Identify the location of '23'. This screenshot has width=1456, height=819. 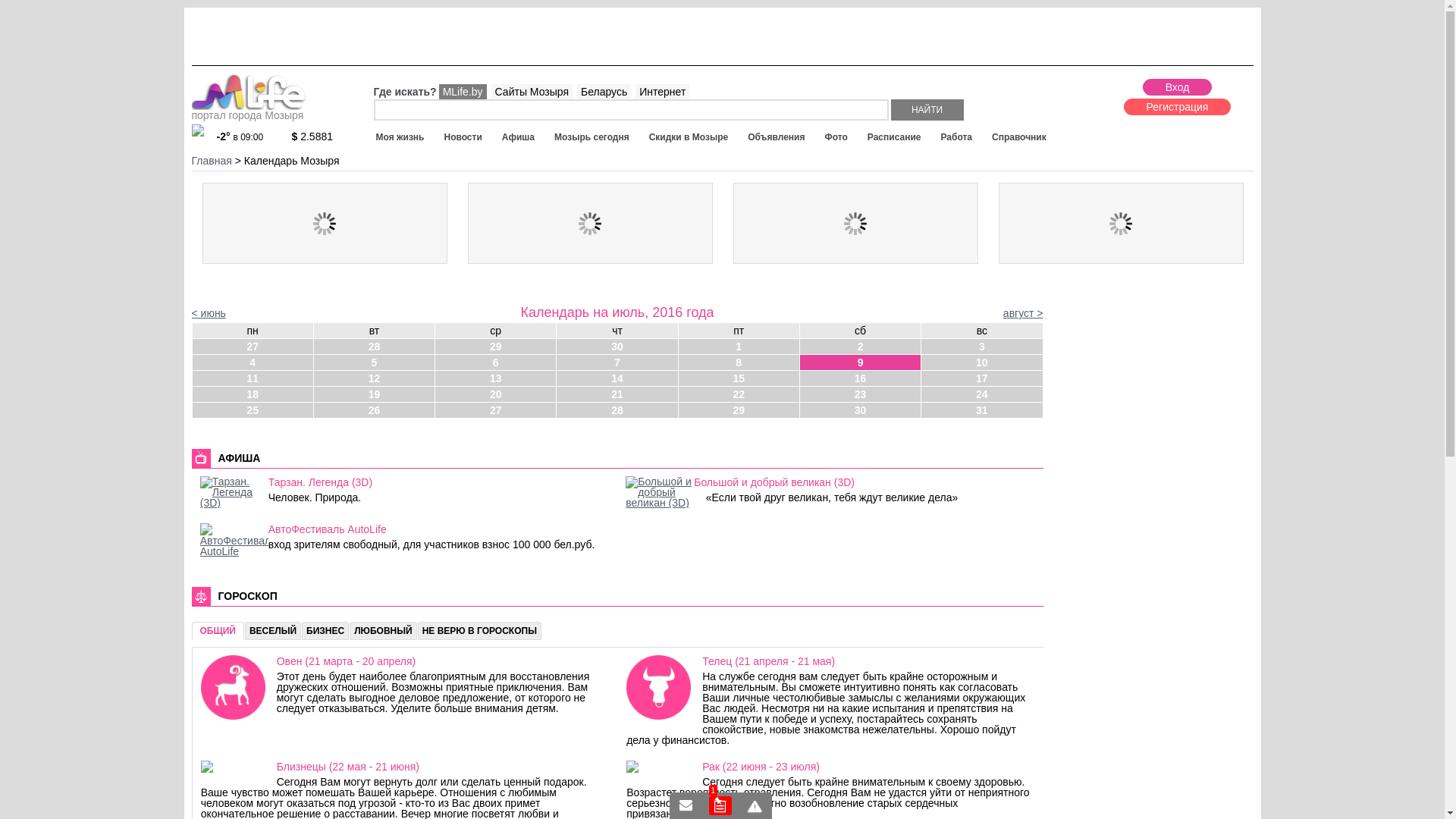
(860, 394).